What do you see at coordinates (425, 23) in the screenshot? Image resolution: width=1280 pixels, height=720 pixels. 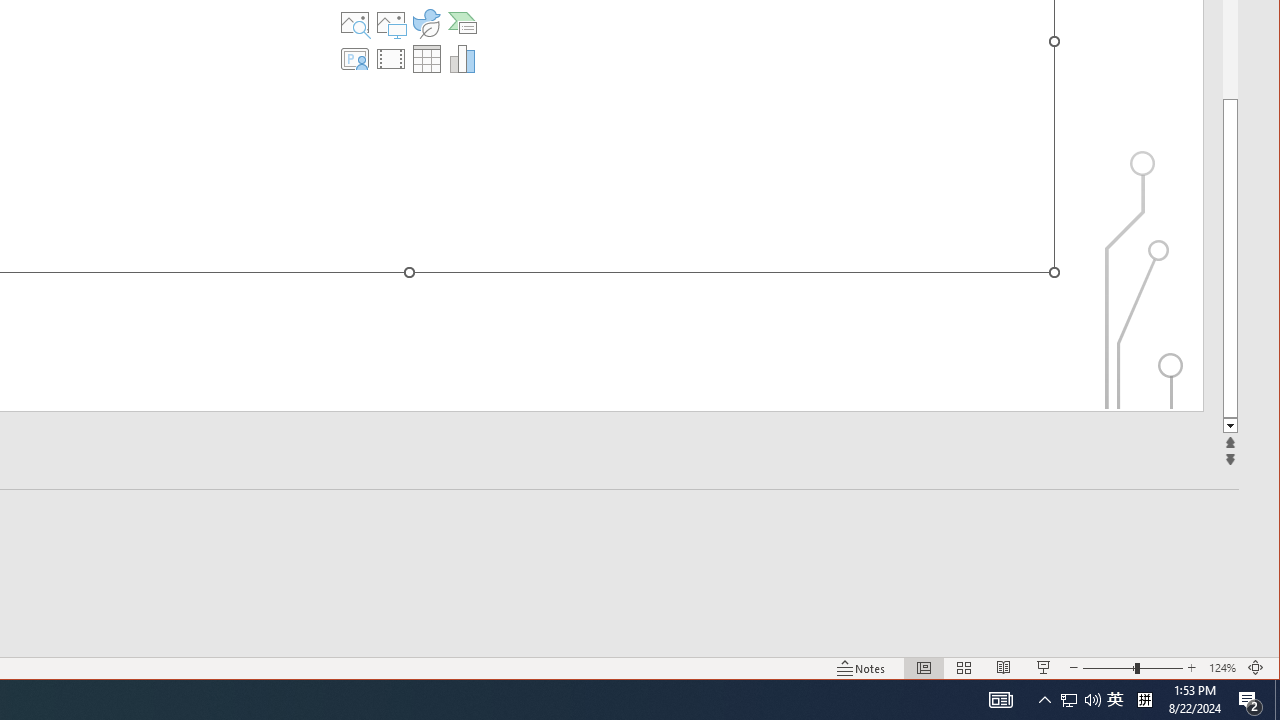 I see `'Insert an Icon'` at bounding box center [425, 23].